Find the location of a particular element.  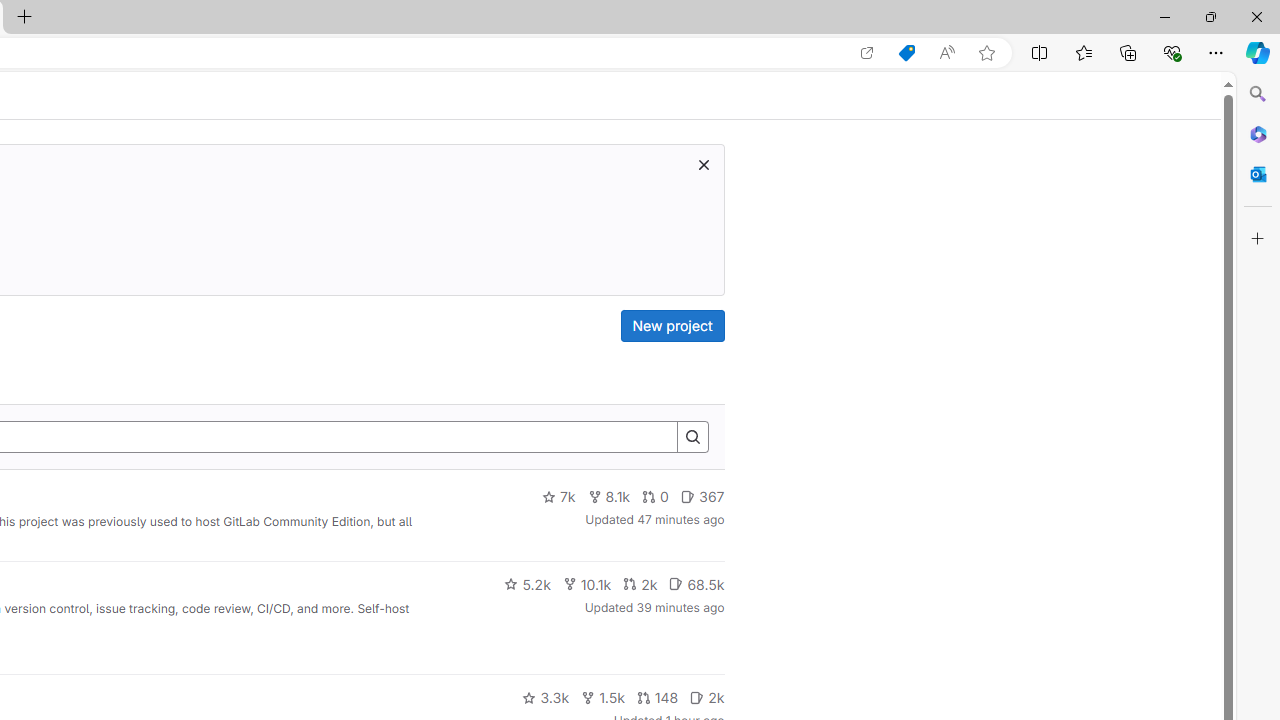

'3.3k' is located at coordinates (545, 697).